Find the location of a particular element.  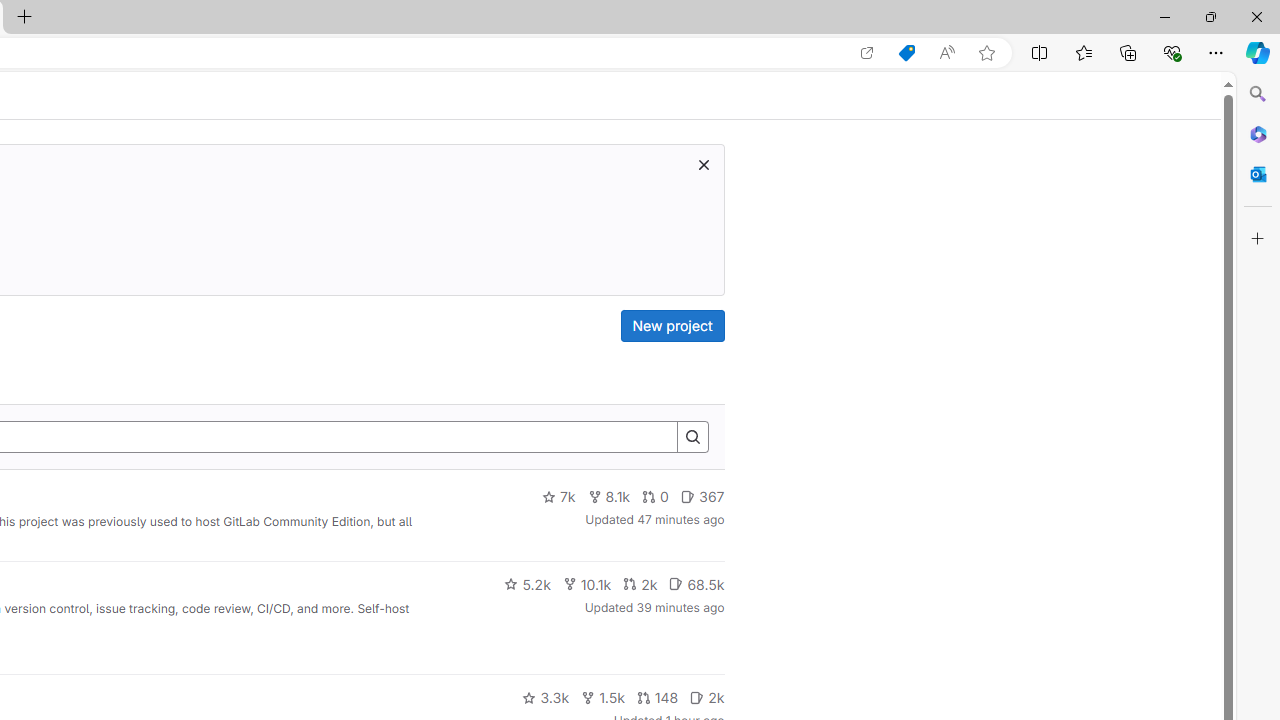

'3.3k' is located at coordinates (545, 697).